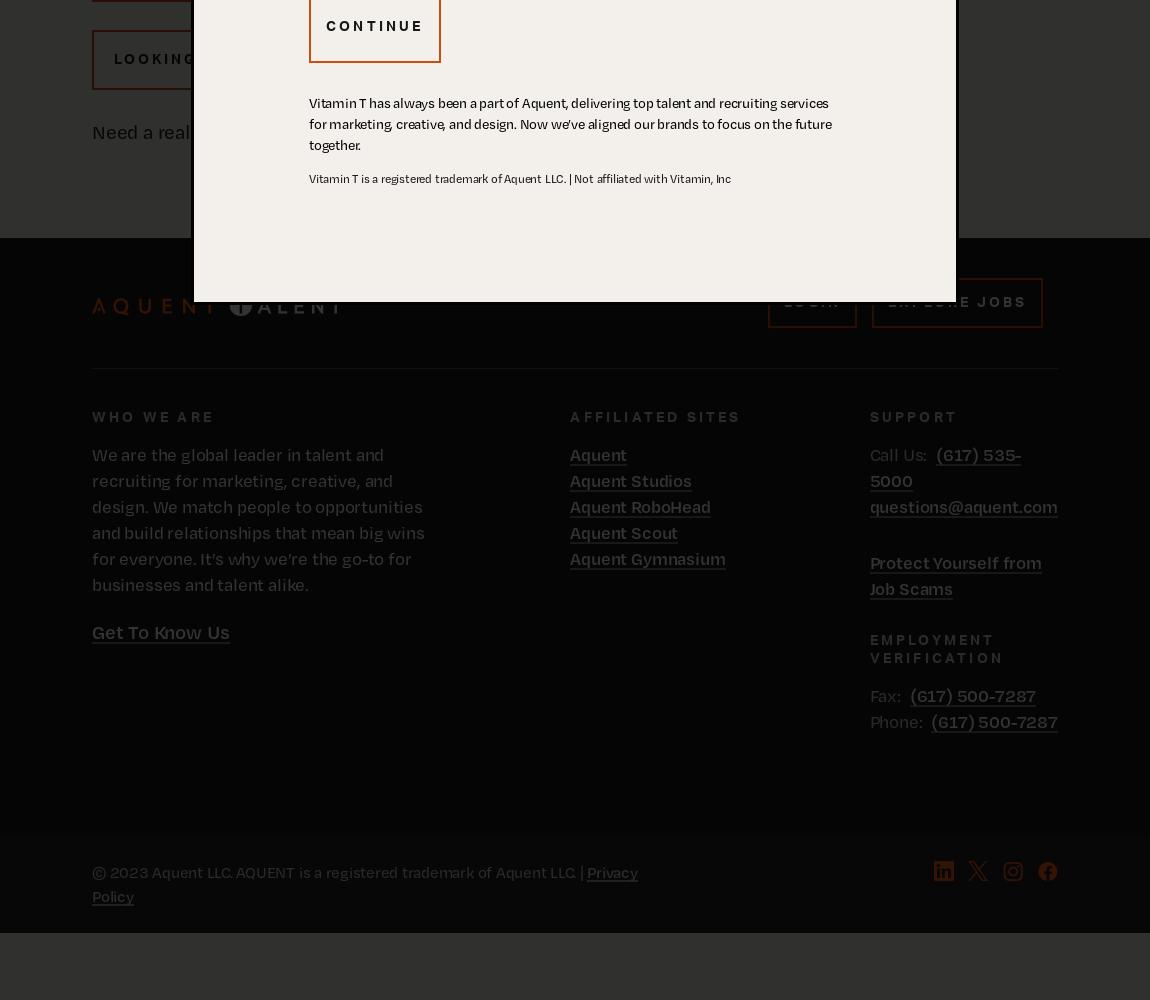 This screenshot has width=1150, height=1000. I want to click on 'Protect Yourself from Job Scams', so click(954, 574).